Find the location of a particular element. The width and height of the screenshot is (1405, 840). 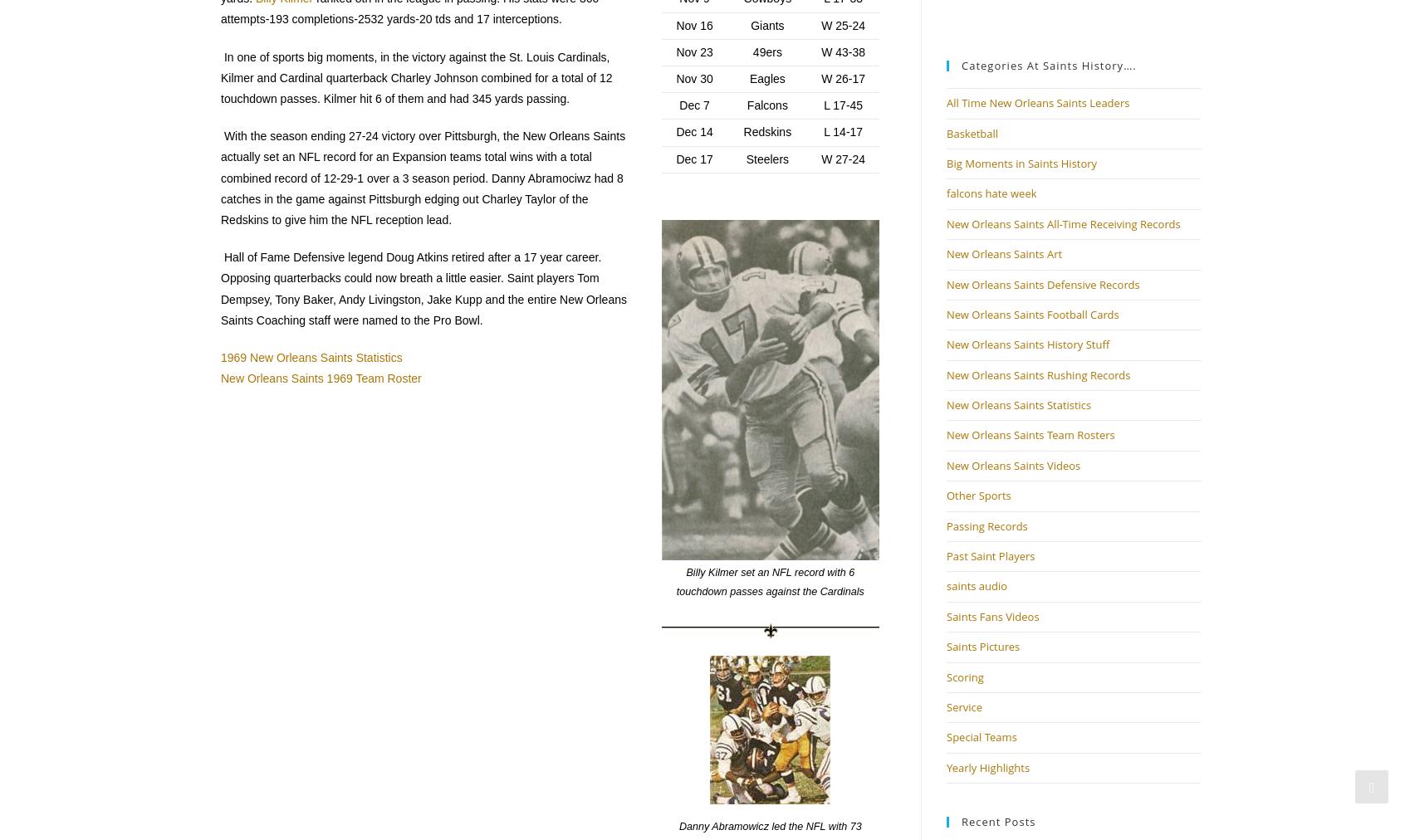

'Billy Kilmer set an NFL record with 6 touchdown passes against the Cardinals' is located at coordinates (676, 582).